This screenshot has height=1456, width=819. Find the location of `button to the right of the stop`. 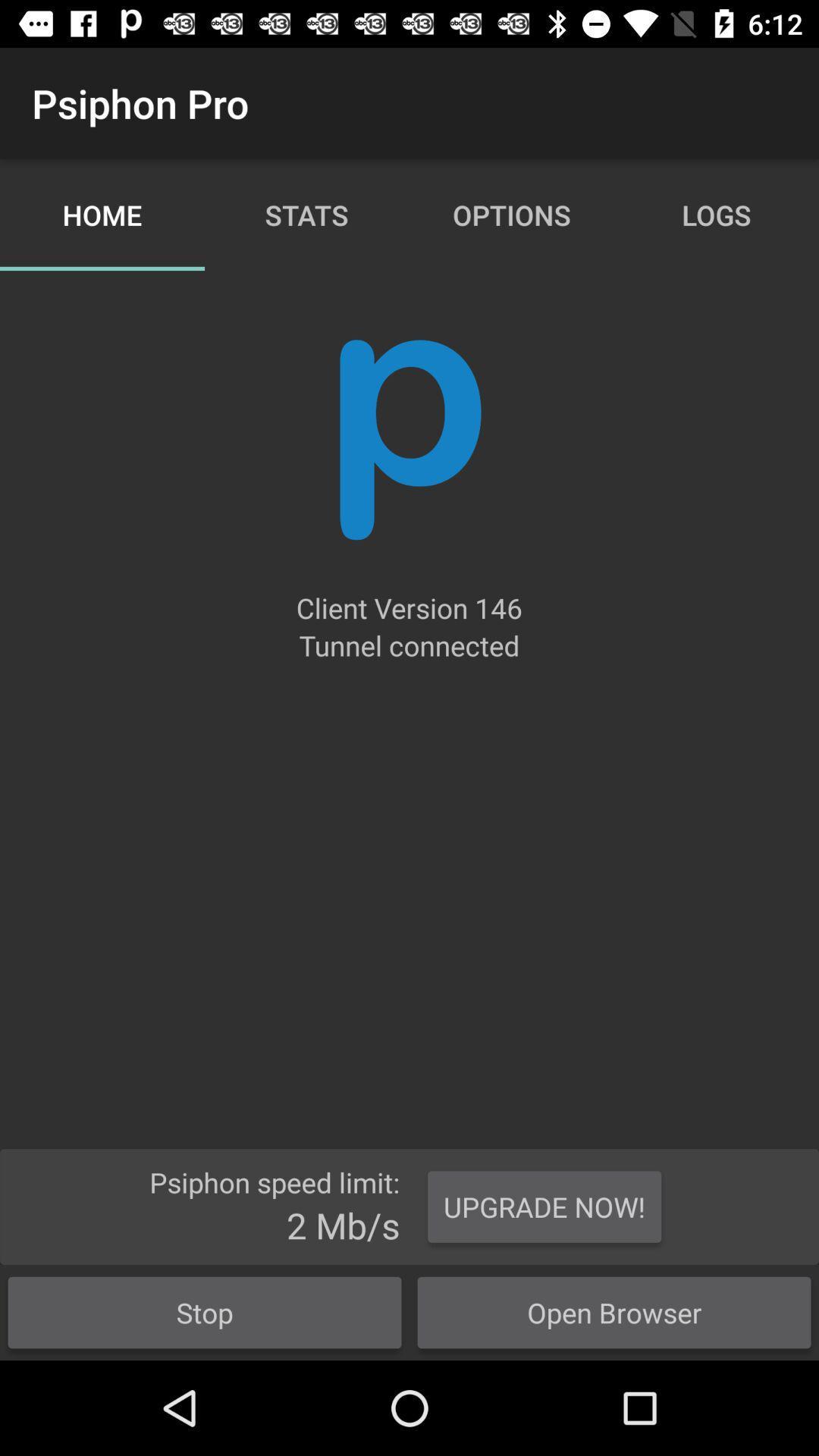

button to the right of the stop is located at coordinates (614, 1312).